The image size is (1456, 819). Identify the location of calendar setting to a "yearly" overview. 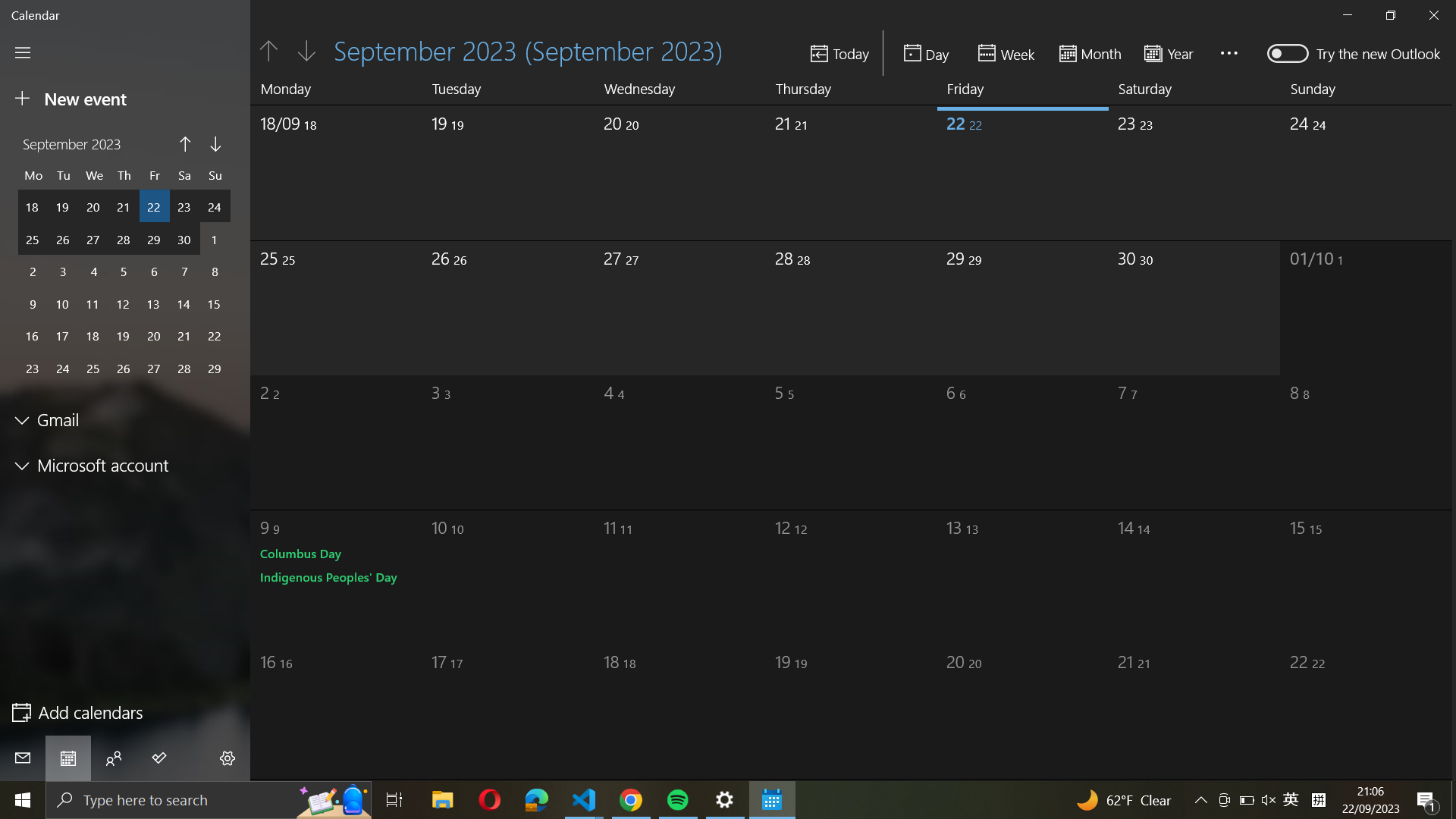
(1173, 52).